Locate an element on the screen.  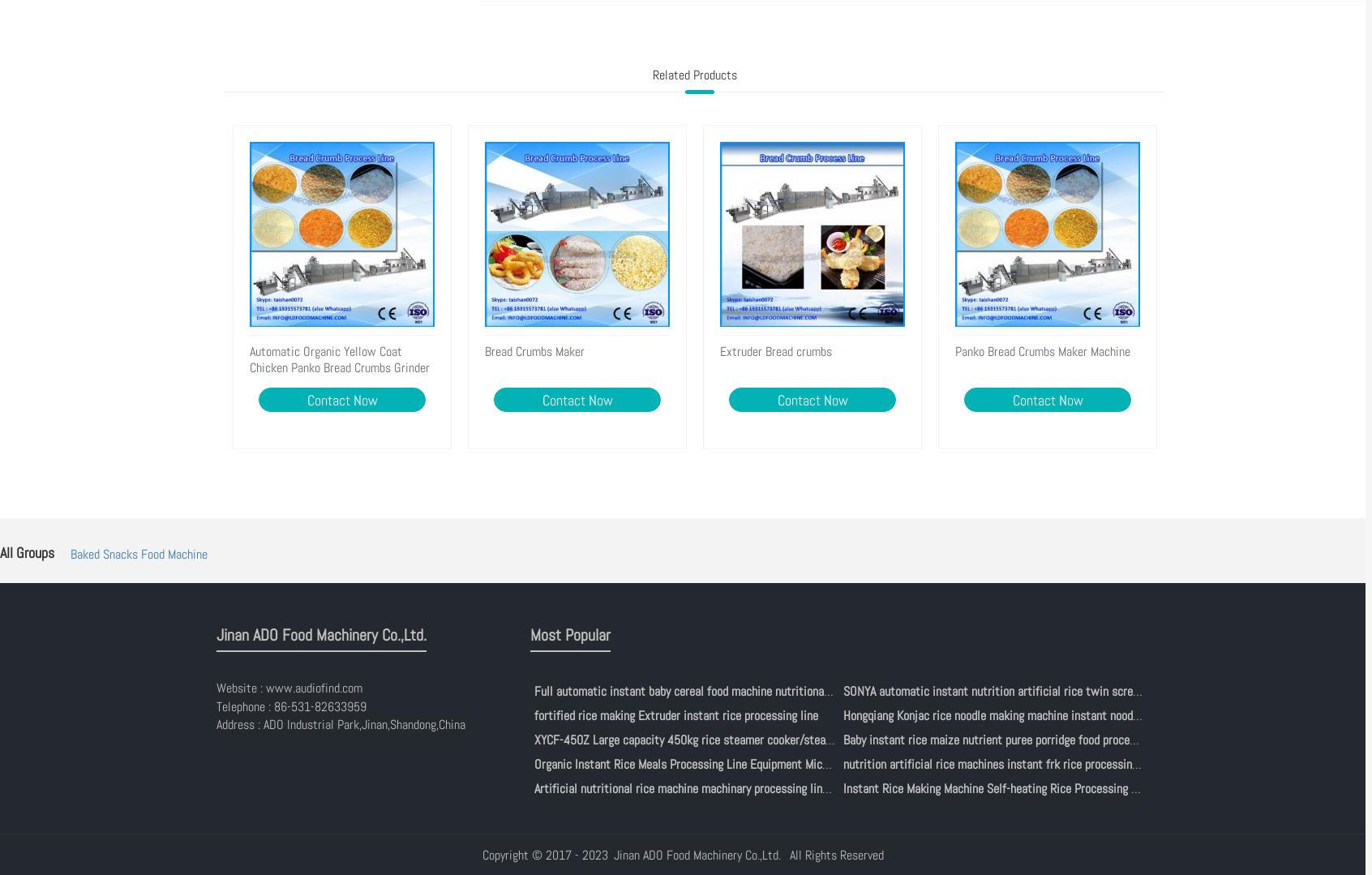
'Organic Instant Rice Meals Processing Line Equipment Micronutrient Fortified Rice Processing Machines Plant' is located at coordinates (804, 763).